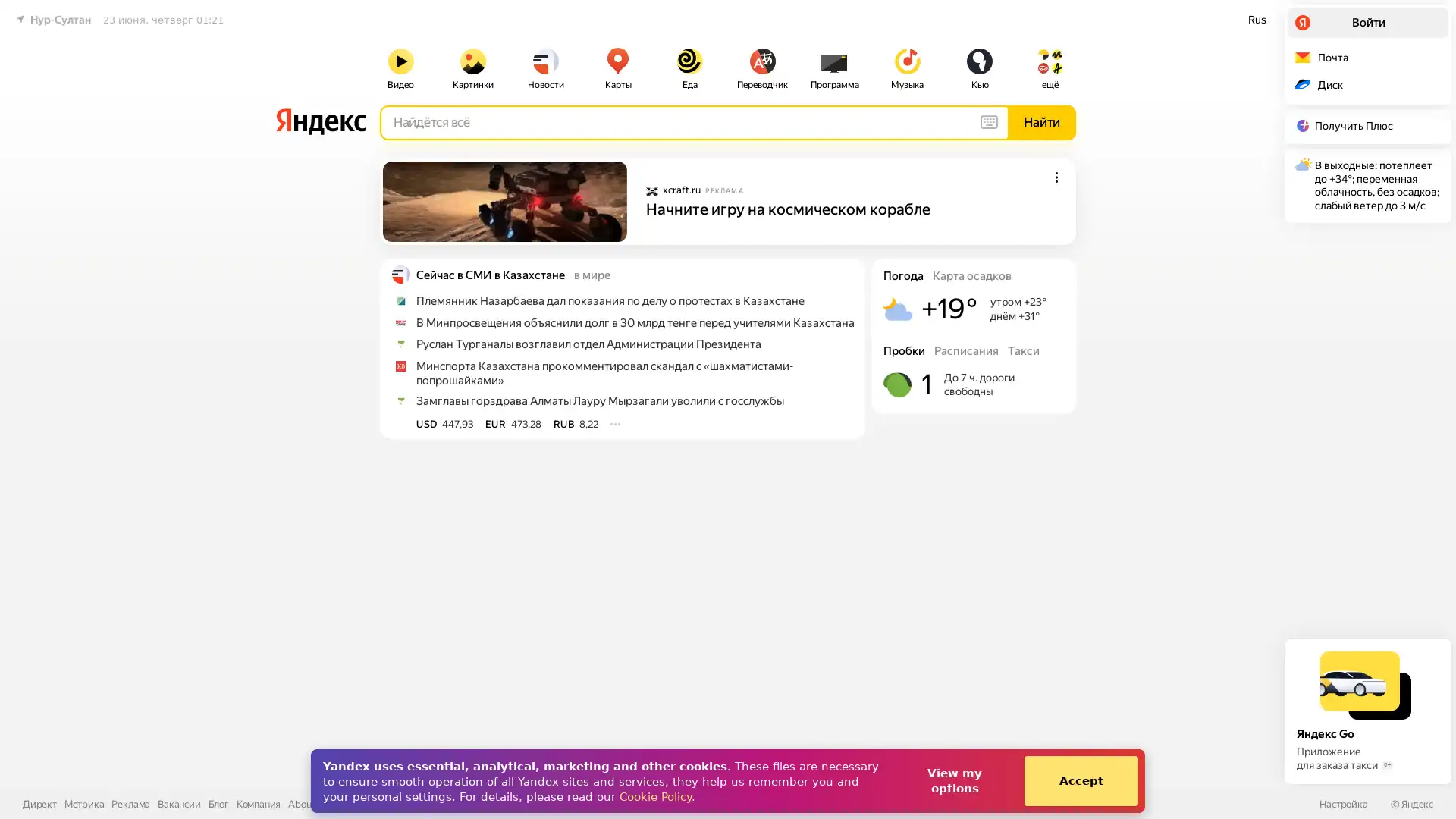 The height and width of the screenshot is (819, 1456). Describe the element at coordinates (1080, 780) in the screenshot. I see `Accept` at that location.